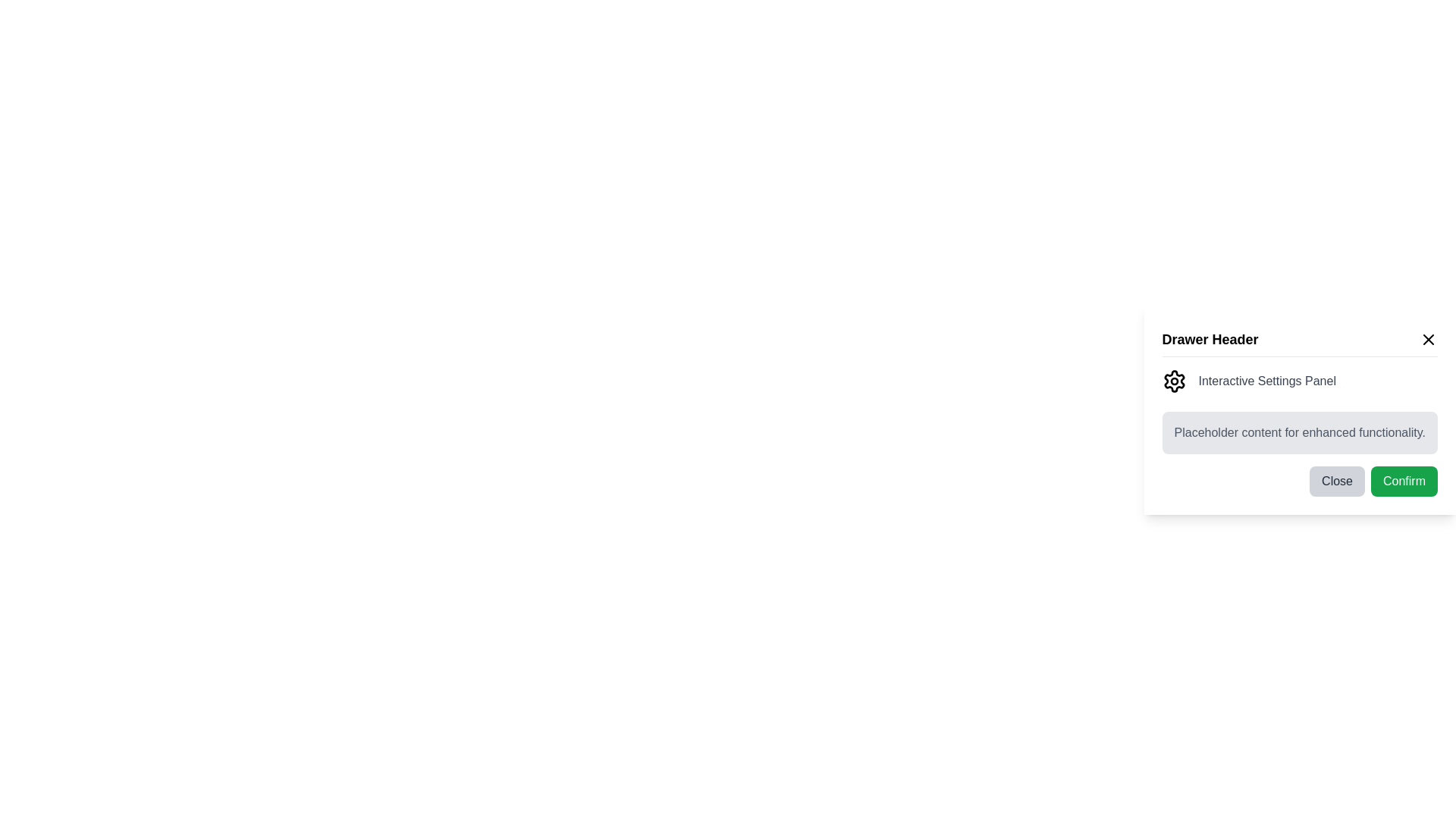 The height and width of the screenshot is (819, 1456). What do you see at coordinates (1173, 380) in the screenshot?
I see `the gear-shaped icon located at the top-left corner of the 'Interactive Settings Panel'` at bounding box center [1173, 380].